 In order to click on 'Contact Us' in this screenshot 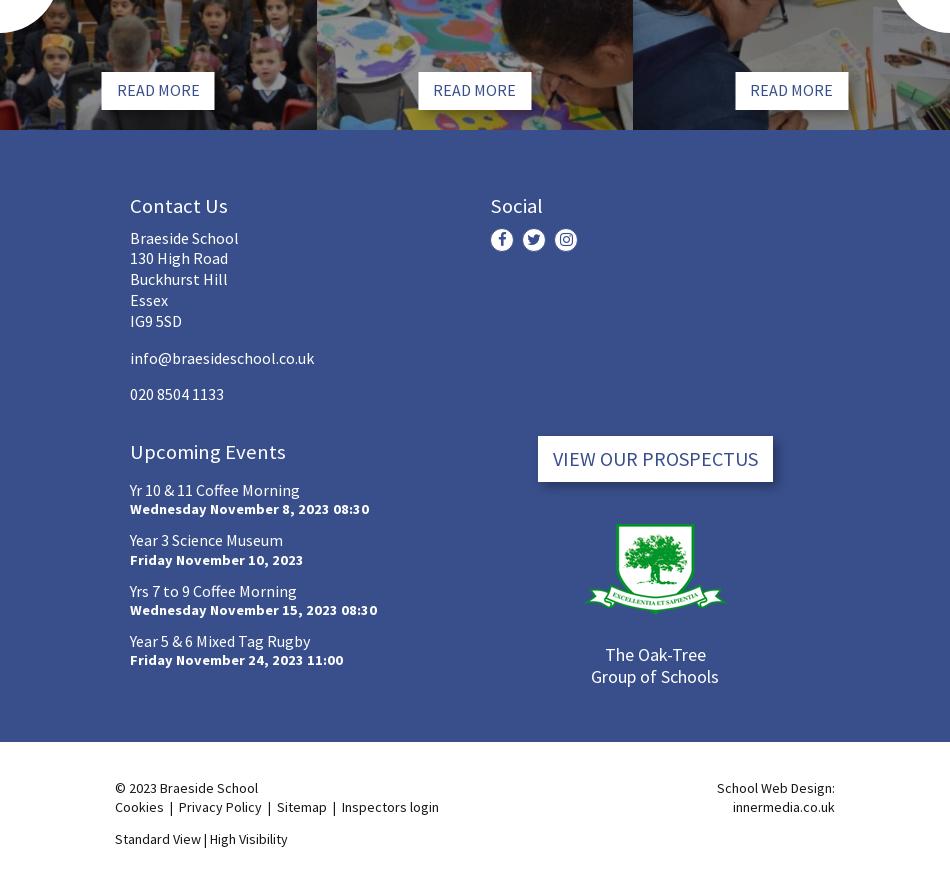, I will do `click(178, 205)`.